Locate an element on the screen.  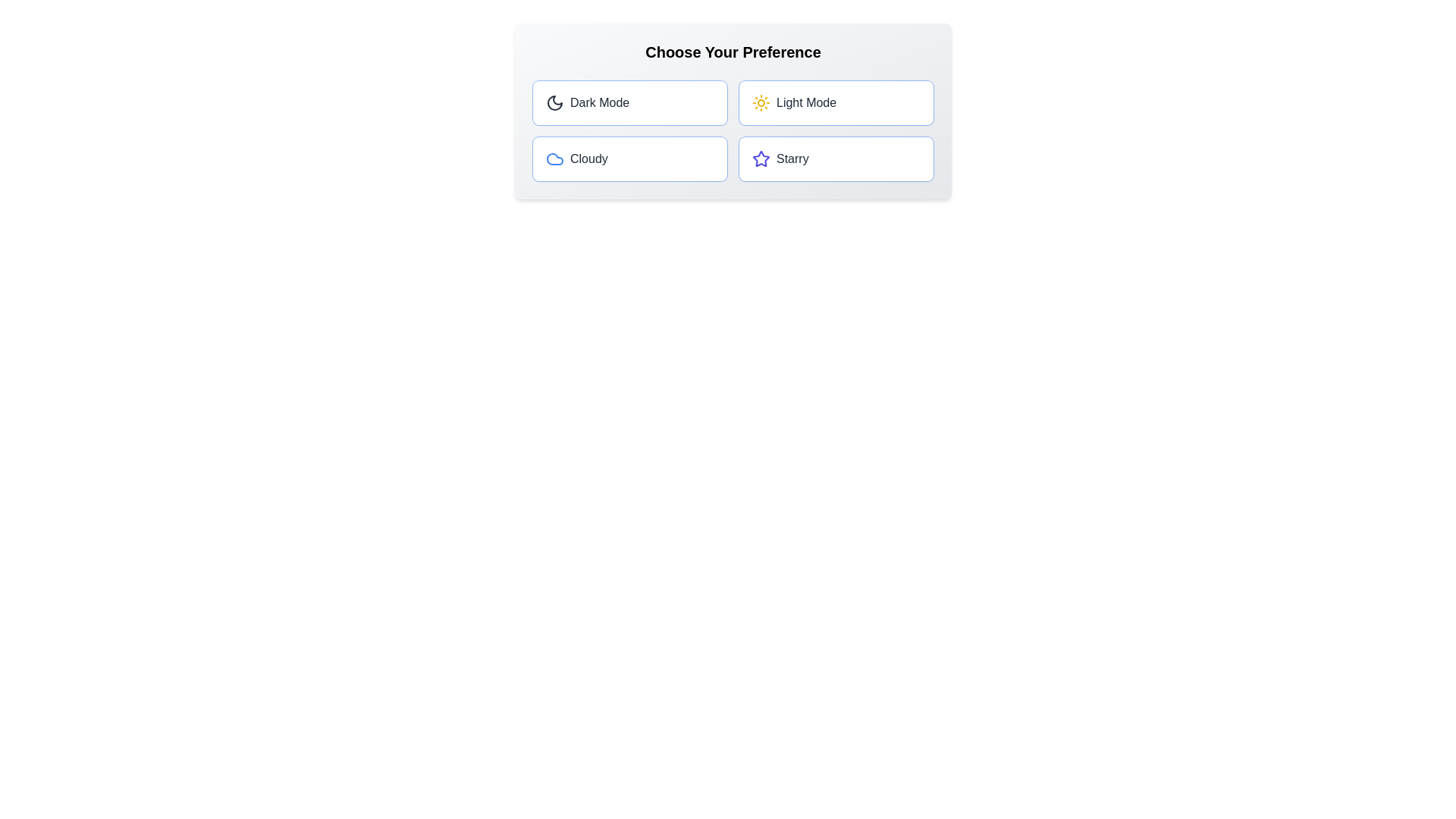
non-interactive description text of the Toggle option for Light Mode, which is located in the top row, second column of a 2x2 grid layout, adjacent to the Dark Mode element is located at coordinates (793, 102).